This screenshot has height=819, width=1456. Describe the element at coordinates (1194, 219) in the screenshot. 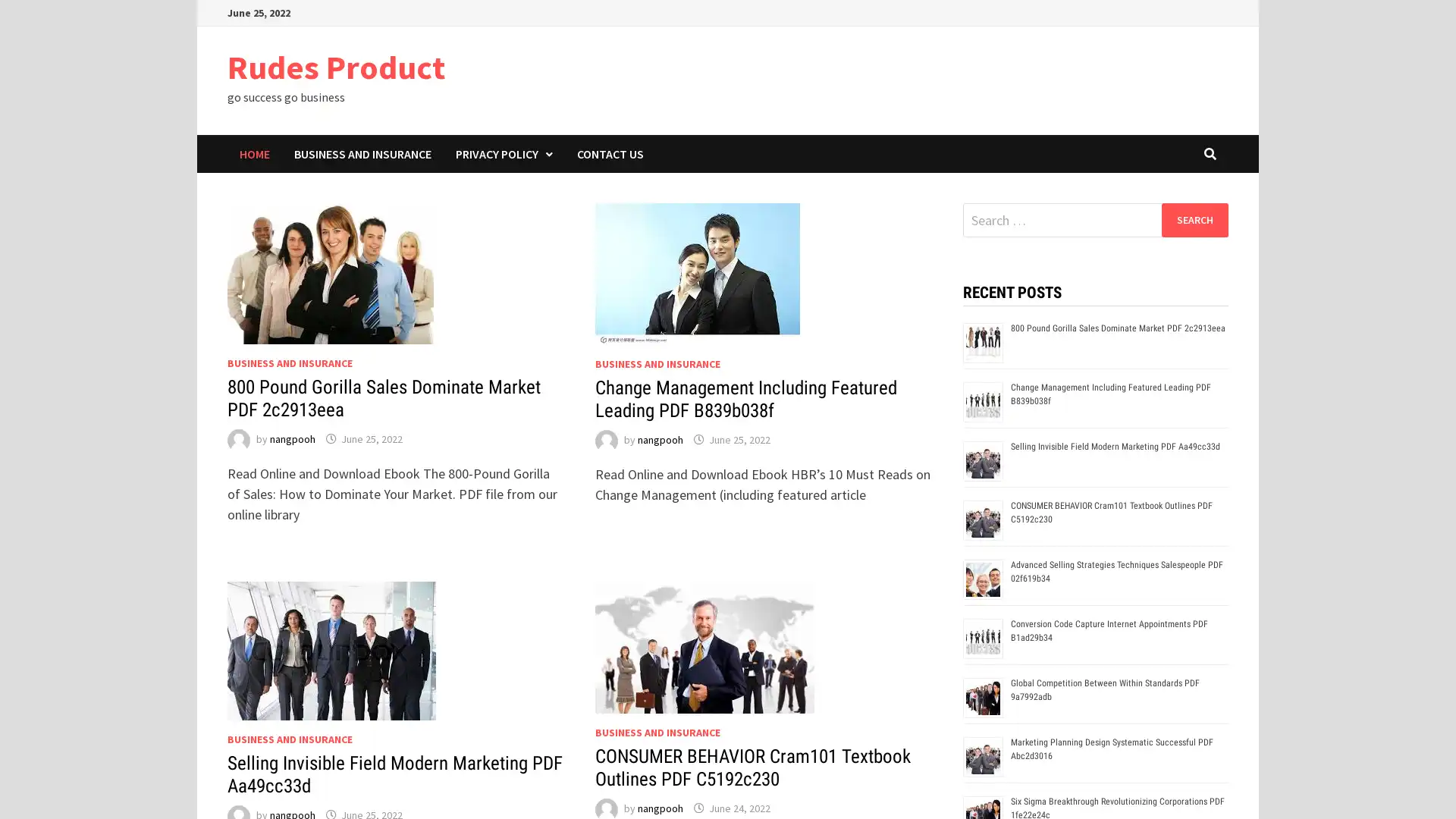

I see `Search` at that location.